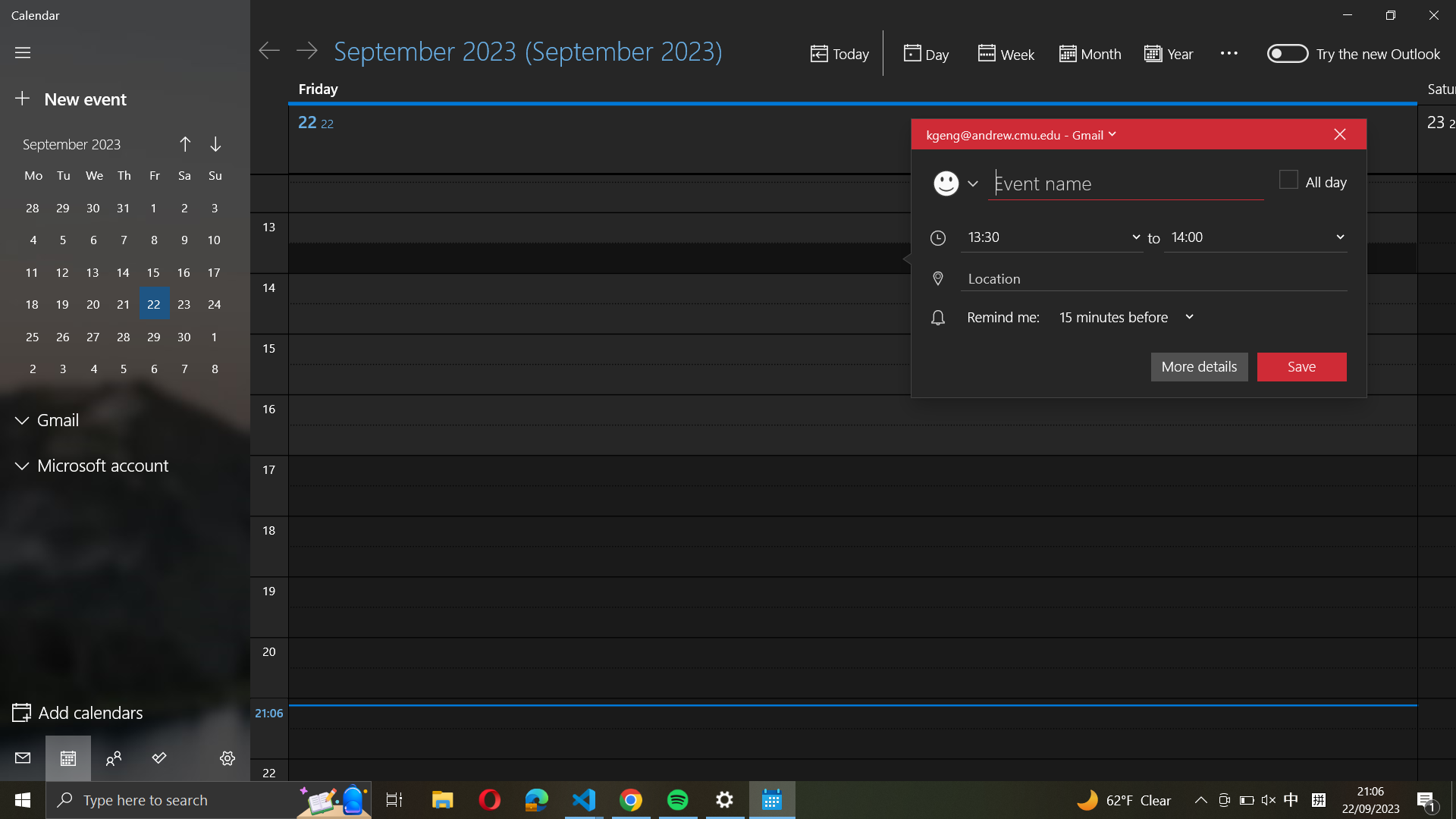 Image resolution: width=1456 pixels, height=819 pixels. What do you see at coordinates (1087, 54) in the screenshot?
I see `the month-based calendar` at bounding box center [1087, 54].